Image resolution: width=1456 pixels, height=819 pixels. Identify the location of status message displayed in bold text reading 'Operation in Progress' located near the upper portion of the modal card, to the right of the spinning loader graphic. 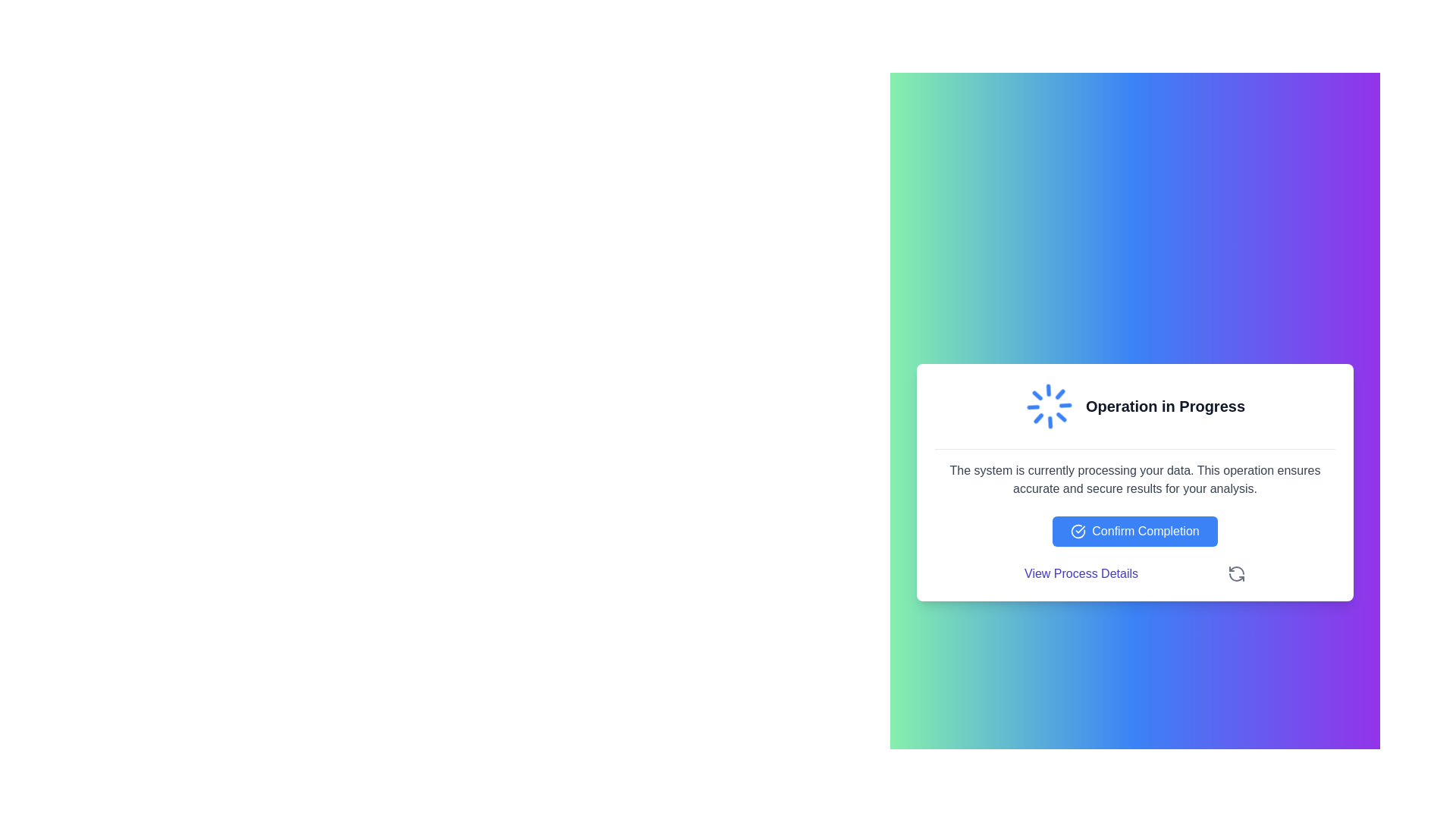
(1164, 405).